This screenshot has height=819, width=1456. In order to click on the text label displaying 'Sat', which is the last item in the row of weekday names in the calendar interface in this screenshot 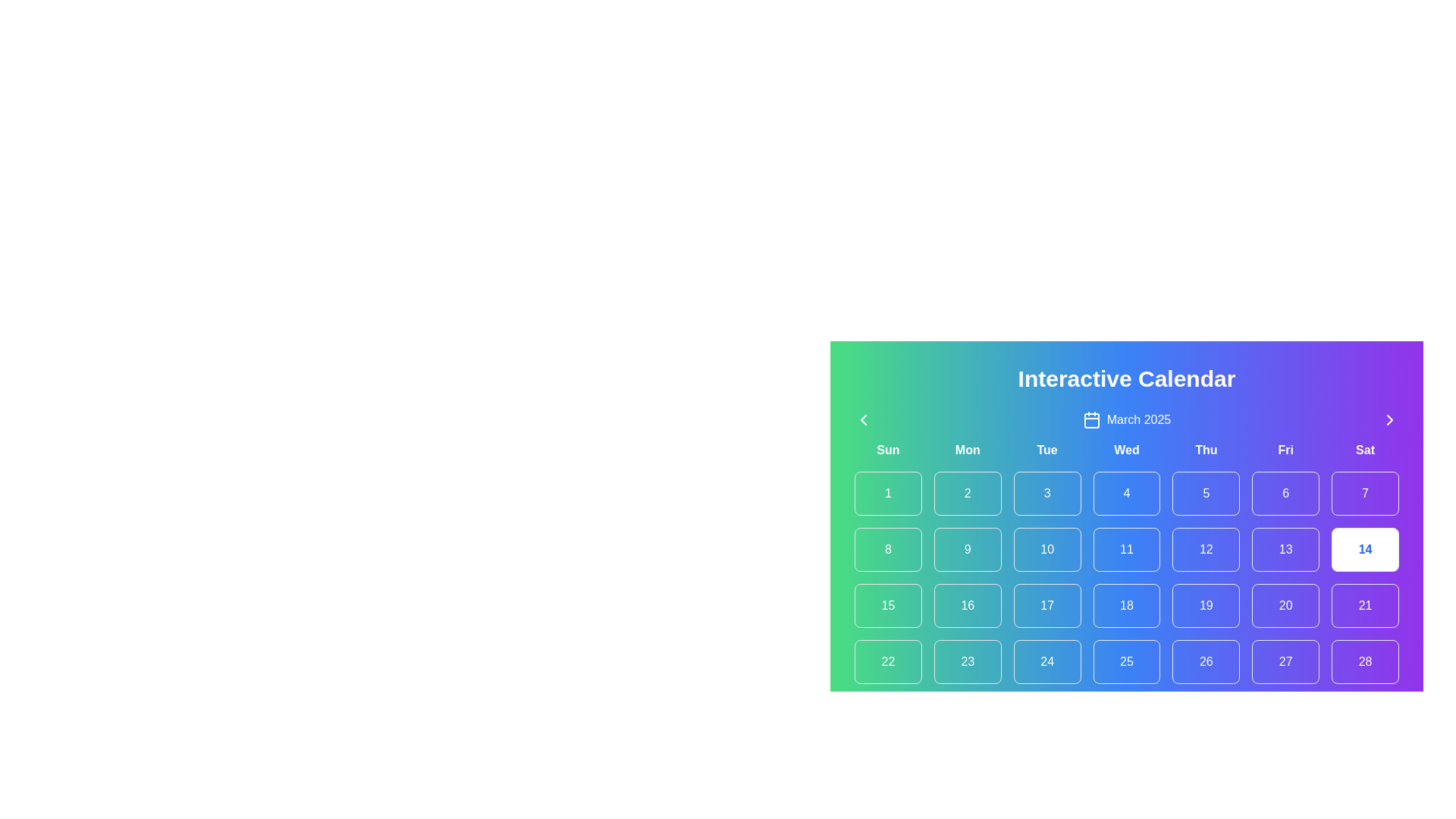, I will do `click(1365, 450)`.